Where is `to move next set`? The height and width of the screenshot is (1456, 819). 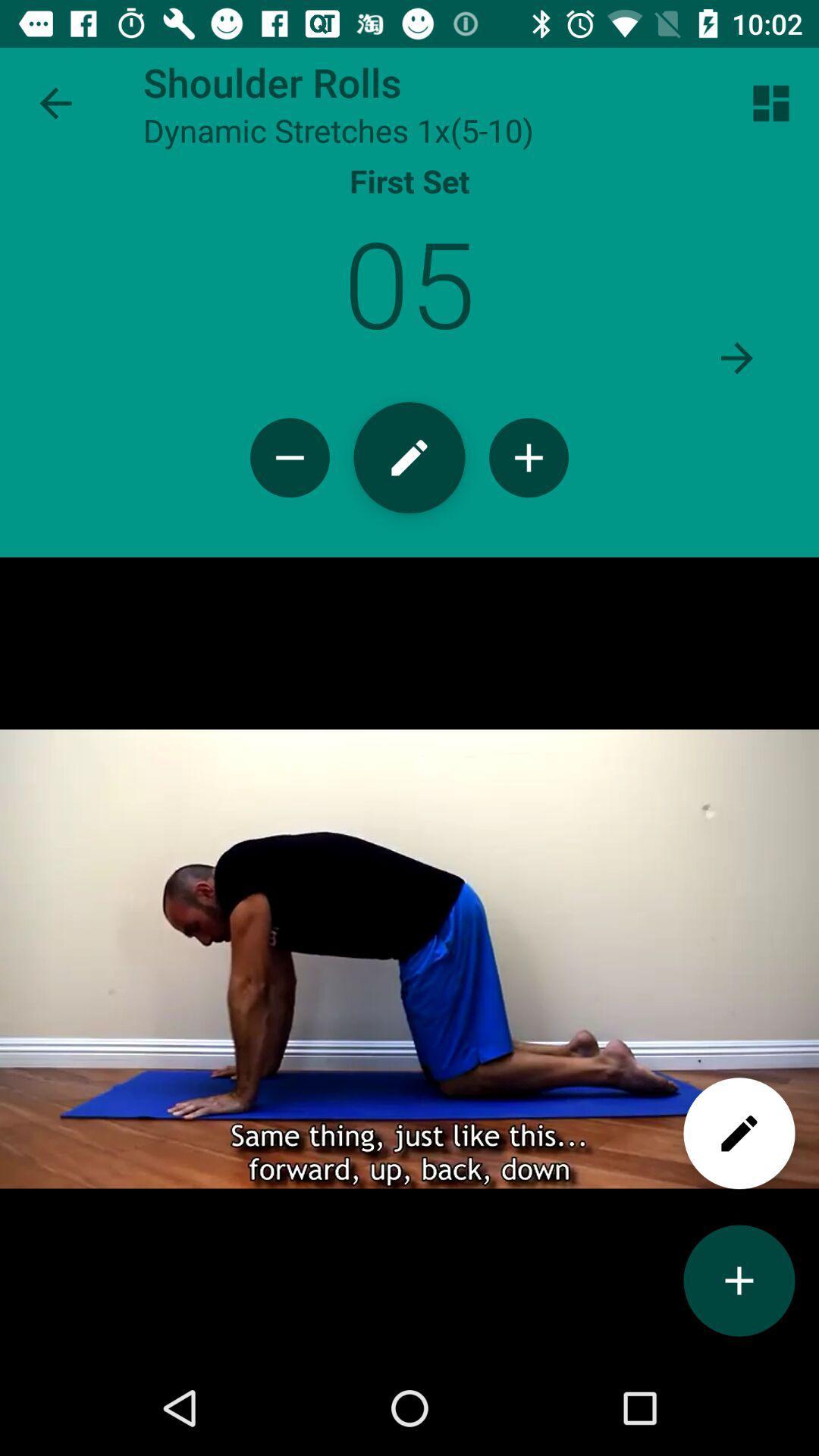 to move next set is located at coordinates (736, 357).